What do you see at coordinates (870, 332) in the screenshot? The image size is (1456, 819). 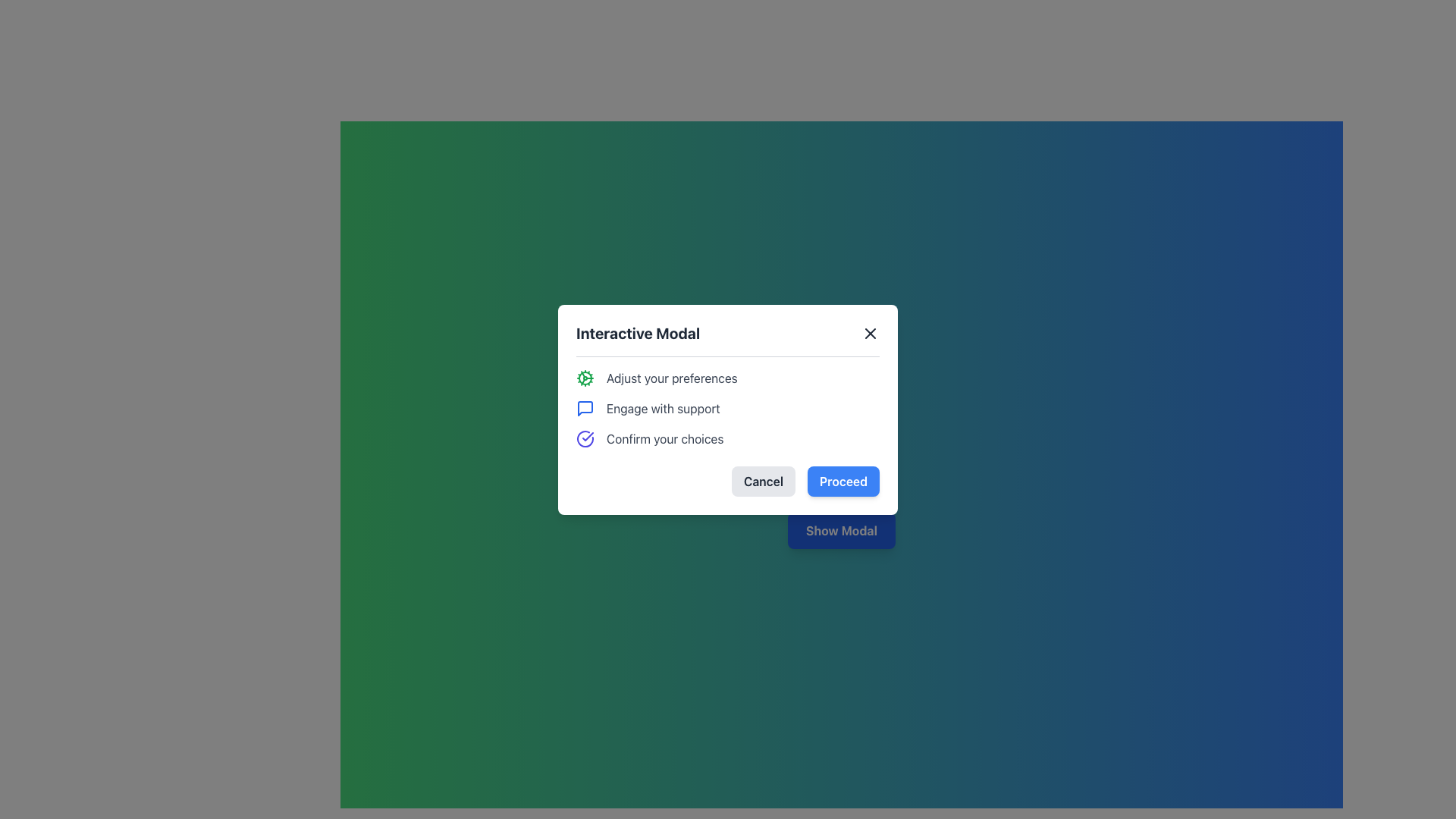 I see `the black cross-shaped close button located in the top-right corner of the modal header next to the title 'Interactive Modal'` at bounding box center [870, 332].